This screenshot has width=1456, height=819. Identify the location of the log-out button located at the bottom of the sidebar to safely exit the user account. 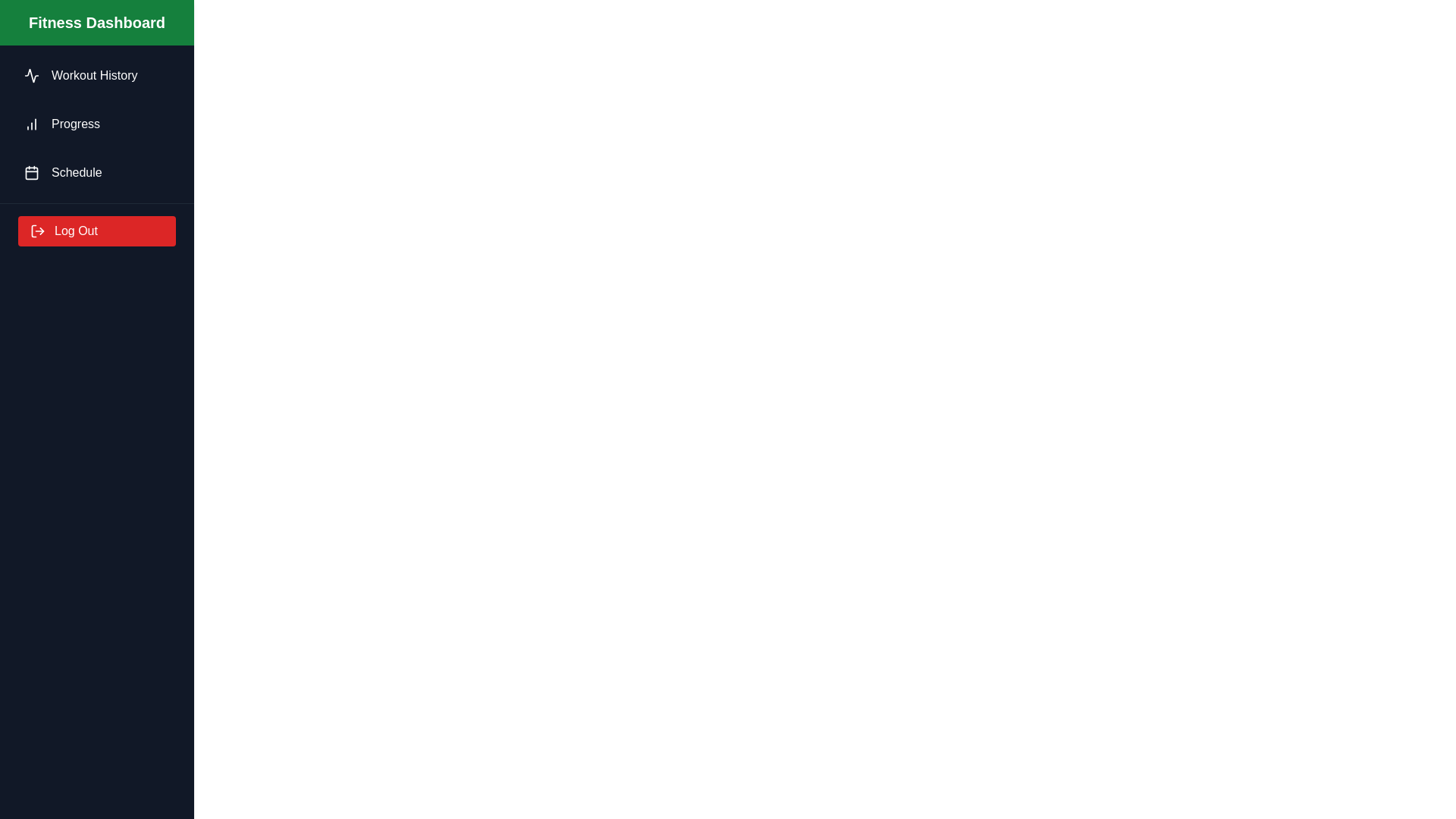
(96, 231).